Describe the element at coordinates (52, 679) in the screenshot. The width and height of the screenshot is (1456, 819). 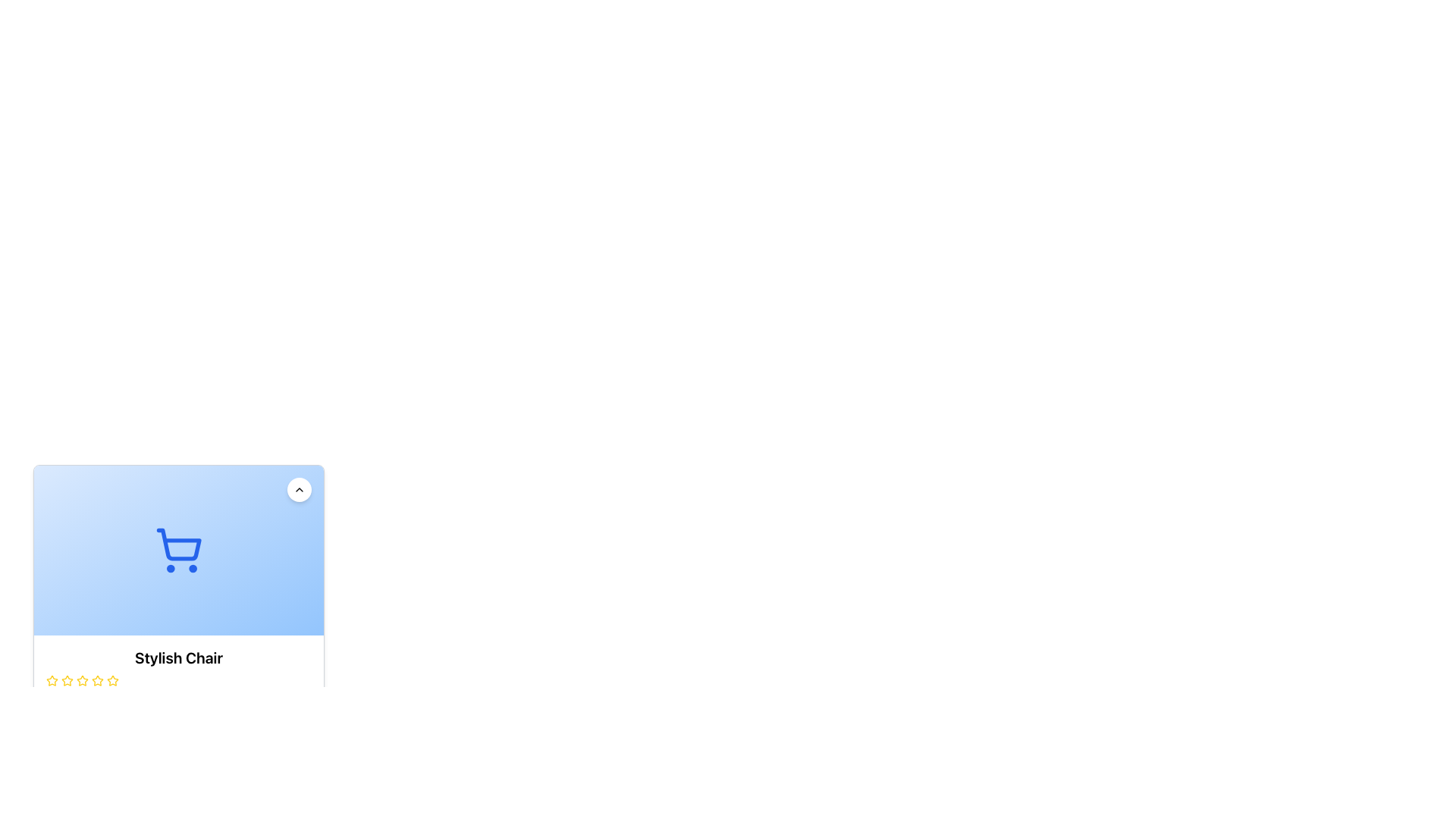
I see `the first star icon in the rating system for the 'Stylish Chair' item` at that location.